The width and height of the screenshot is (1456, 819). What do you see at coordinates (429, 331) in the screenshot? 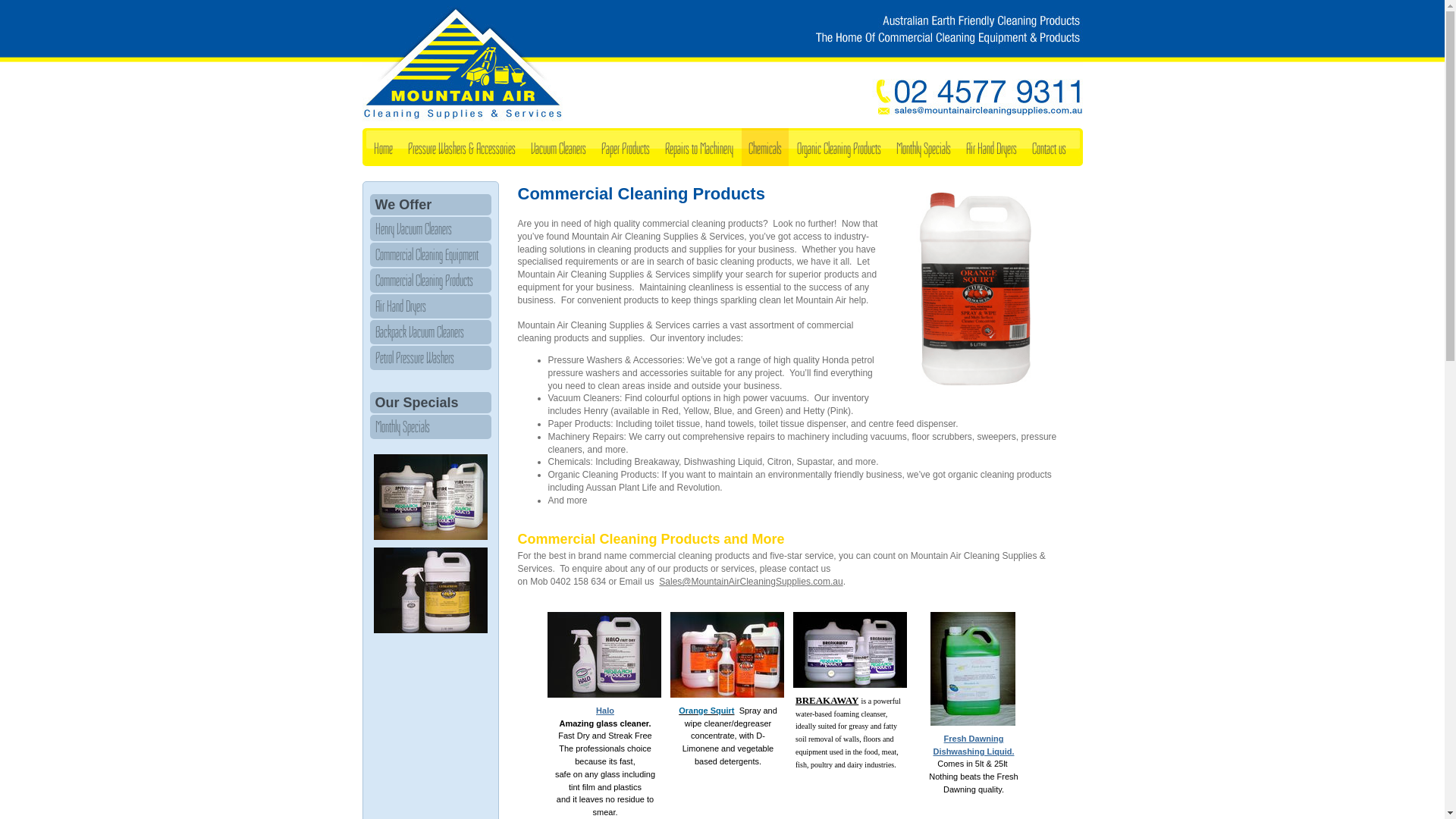
I see `'Backpack Vacuum Cleaners'` at bounding box center [429, 331].